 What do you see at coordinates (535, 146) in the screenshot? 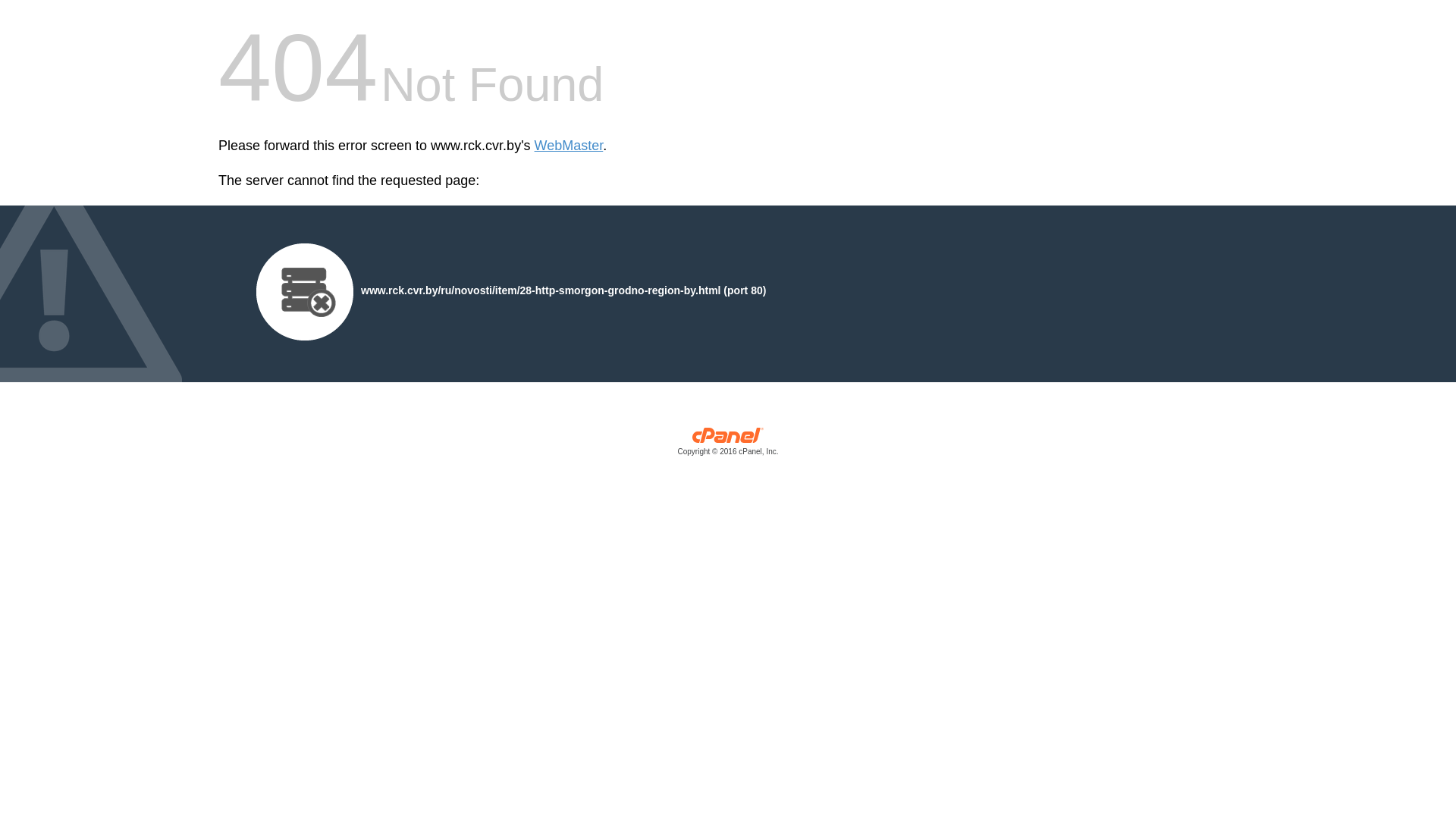
I see `'WebMaster'` at bounding box center [535, 146].